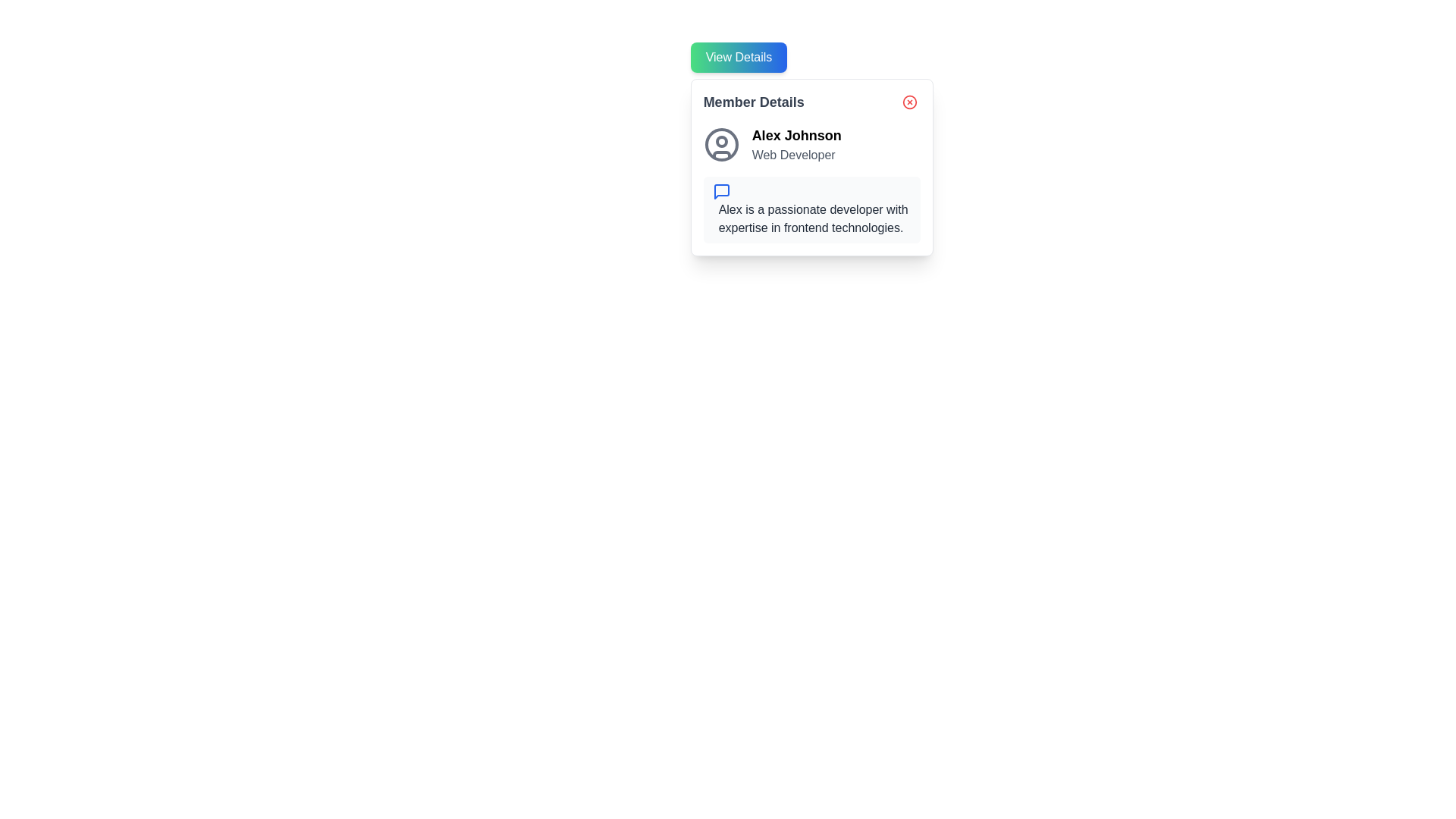 The image size is (1456, 819). I want to click on the decorative collar element of the circular user avatar icon in the 'Member Details' card, located near the bottom section below the smaller circular sub-section, so click(720, 155).